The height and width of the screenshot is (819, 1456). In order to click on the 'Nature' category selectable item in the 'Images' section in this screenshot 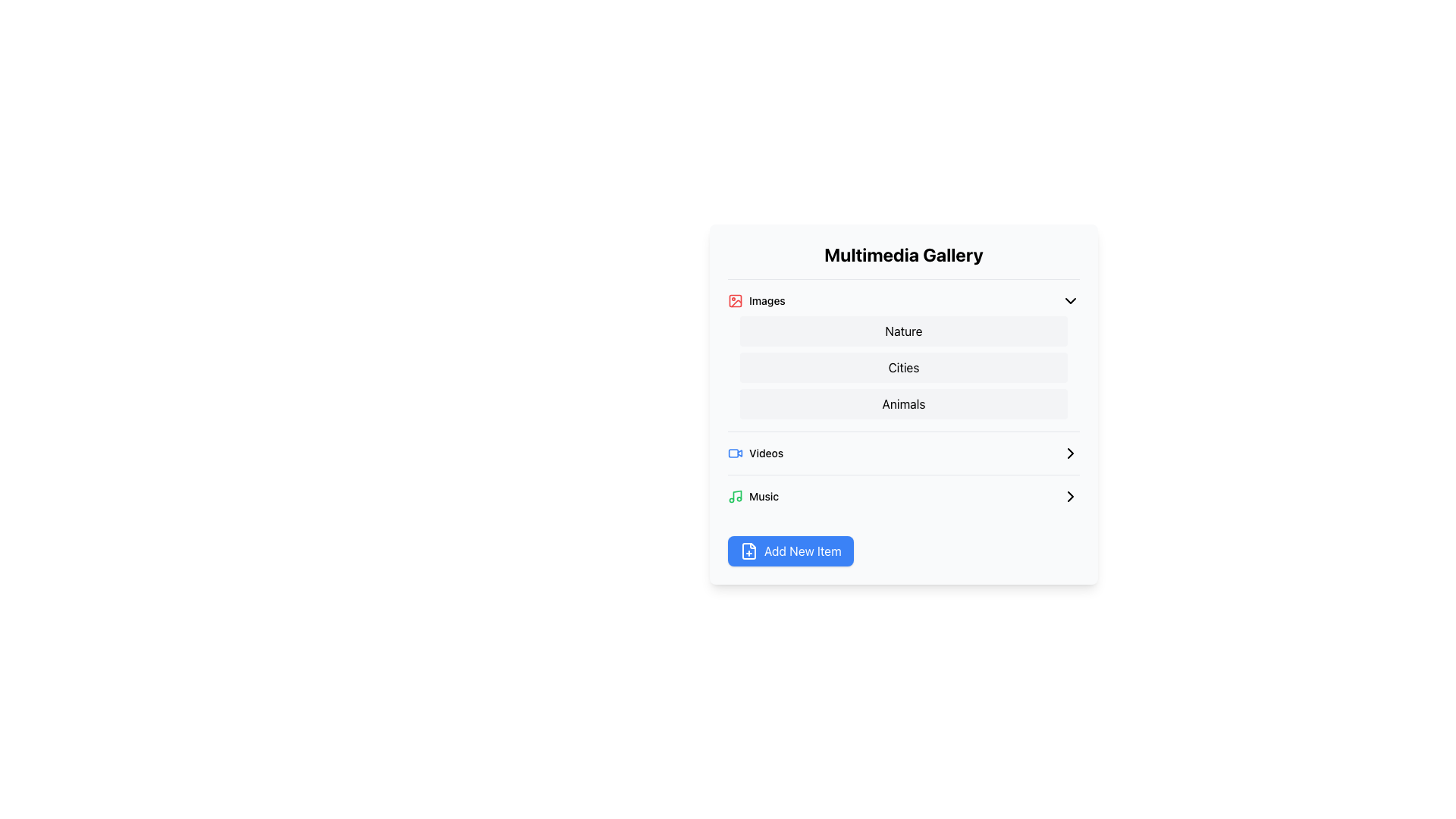, I will do `click(903, 330)`.